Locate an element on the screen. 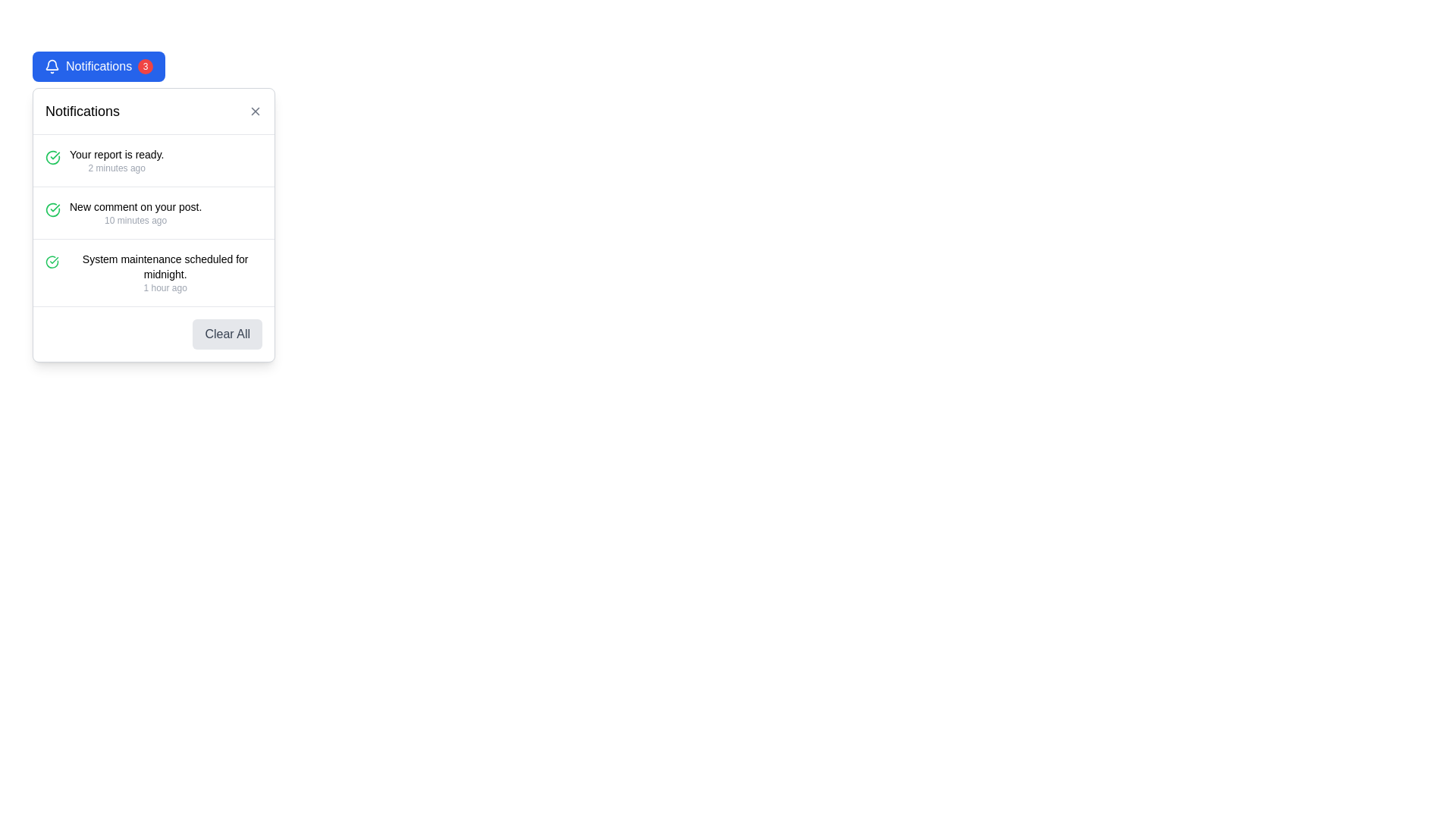 Image resolution: width=1456 pixels, height=819 pixels. text displayed as 'System maintenance scheduled for midnight.' located in the third notification of the notification panel is located at coordinates (165, 265).